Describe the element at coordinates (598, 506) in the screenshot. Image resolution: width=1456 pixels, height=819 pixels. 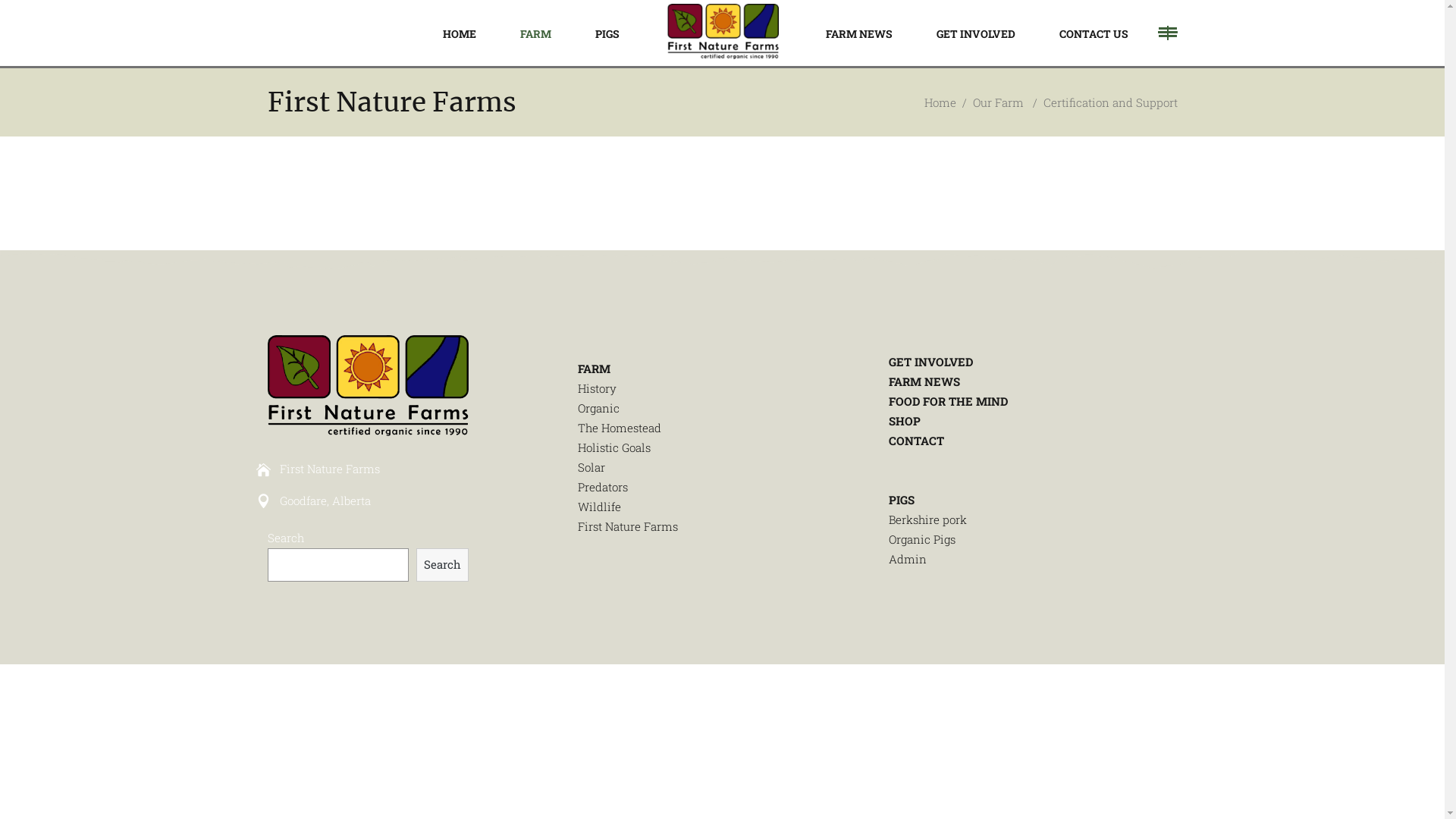
I see `'Wildlife'` at that location.